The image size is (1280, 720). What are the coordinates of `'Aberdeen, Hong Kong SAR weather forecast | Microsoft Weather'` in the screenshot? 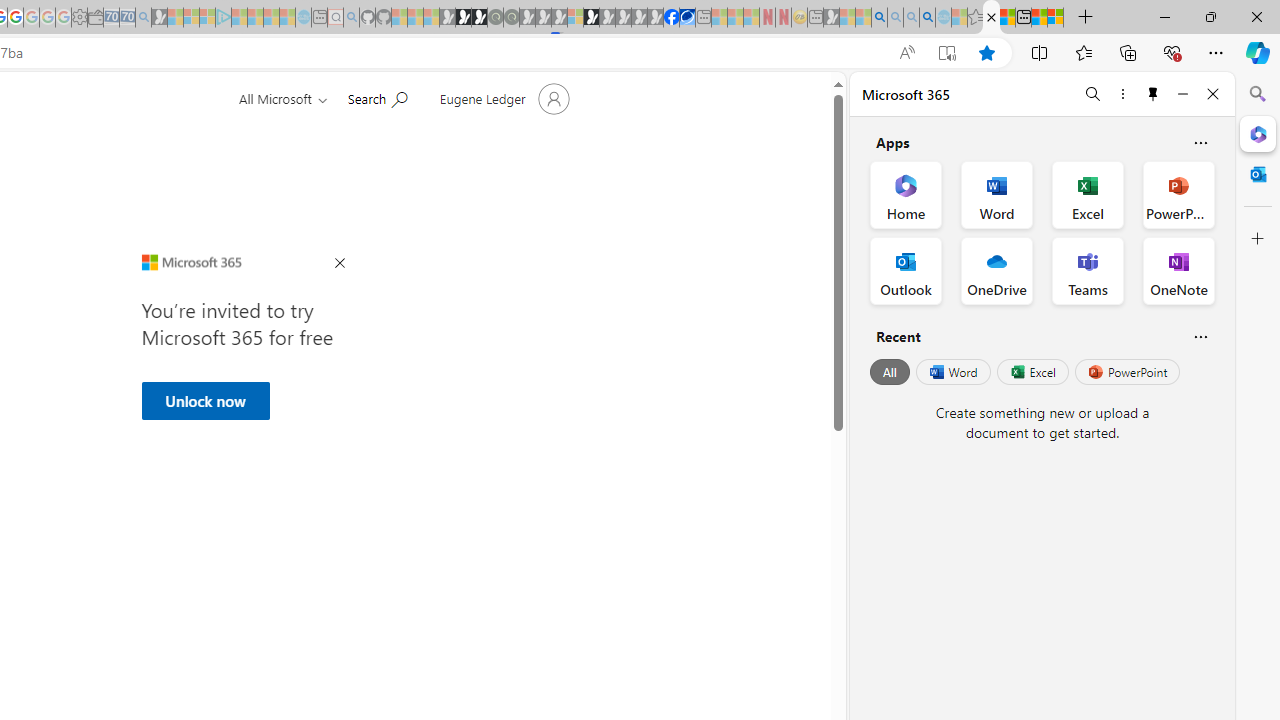 It's located at (1007, 17).